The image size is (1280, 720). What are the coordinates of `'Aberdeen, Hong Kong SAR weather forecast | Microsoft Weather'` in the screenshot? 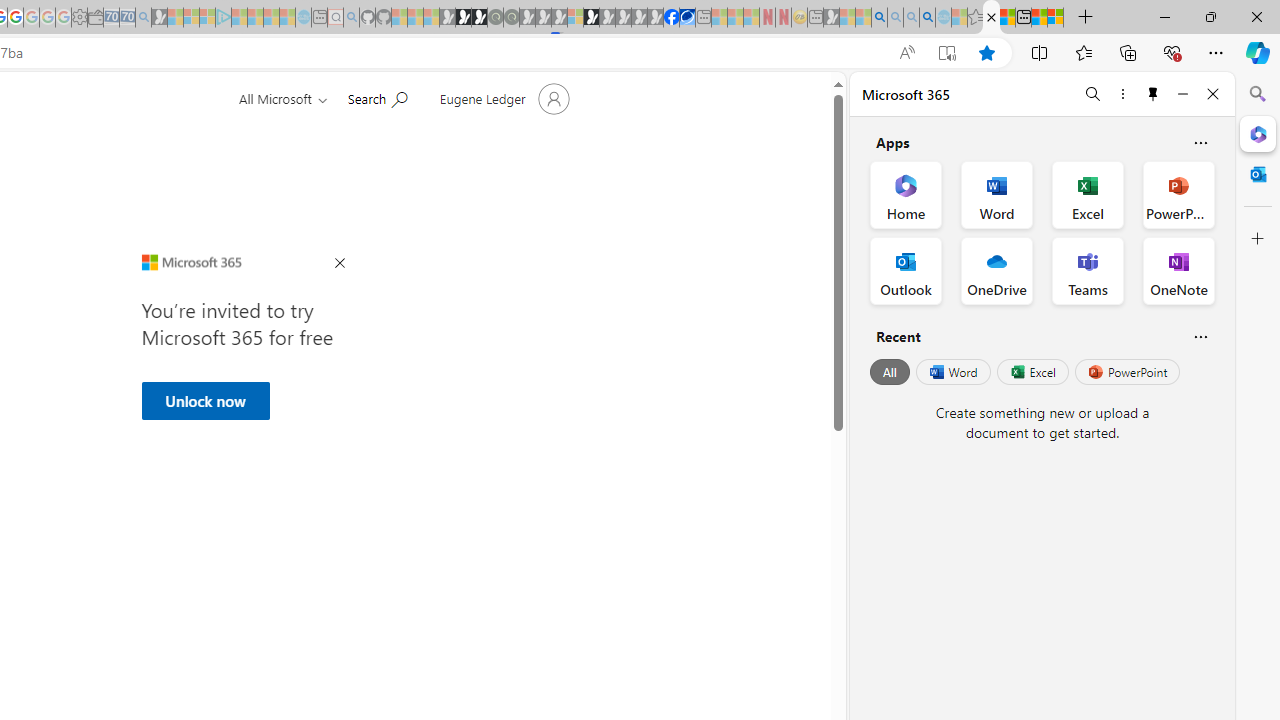 It's located at (1007, 17).